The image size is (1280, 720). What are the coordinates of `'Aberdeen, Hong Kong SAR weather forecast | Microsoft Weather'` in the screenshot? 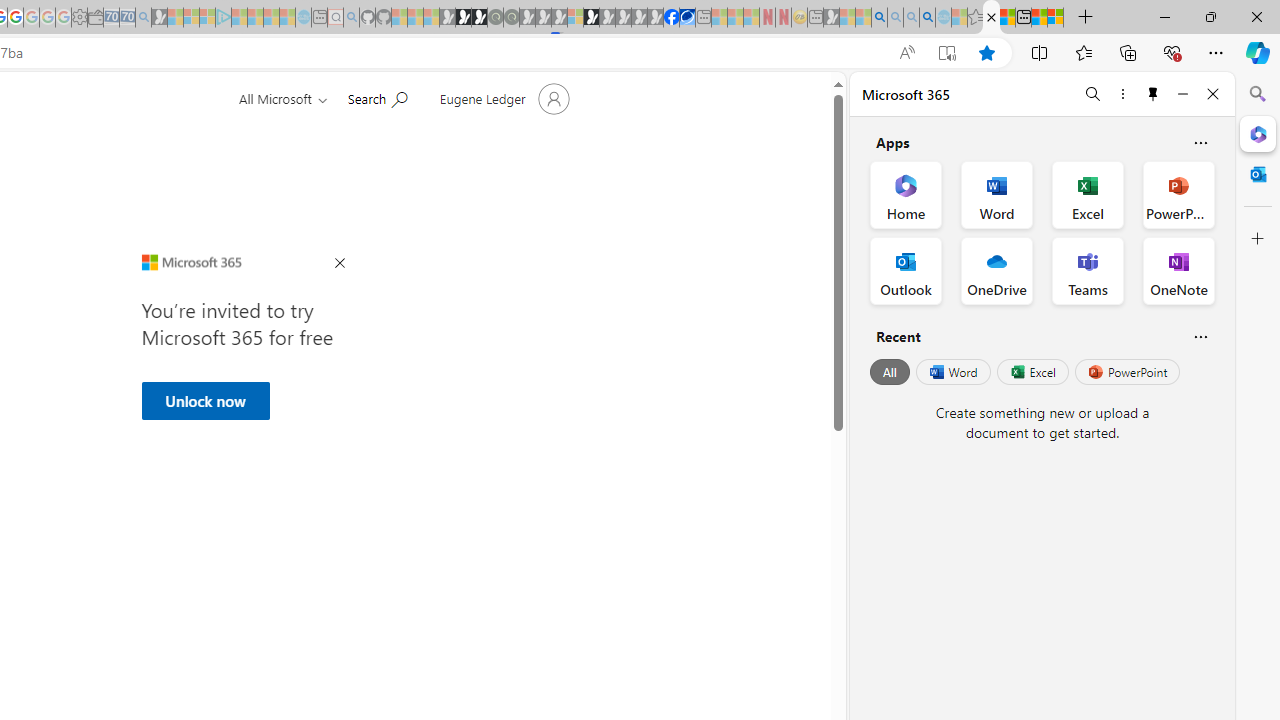 It's located at (1007, 17).